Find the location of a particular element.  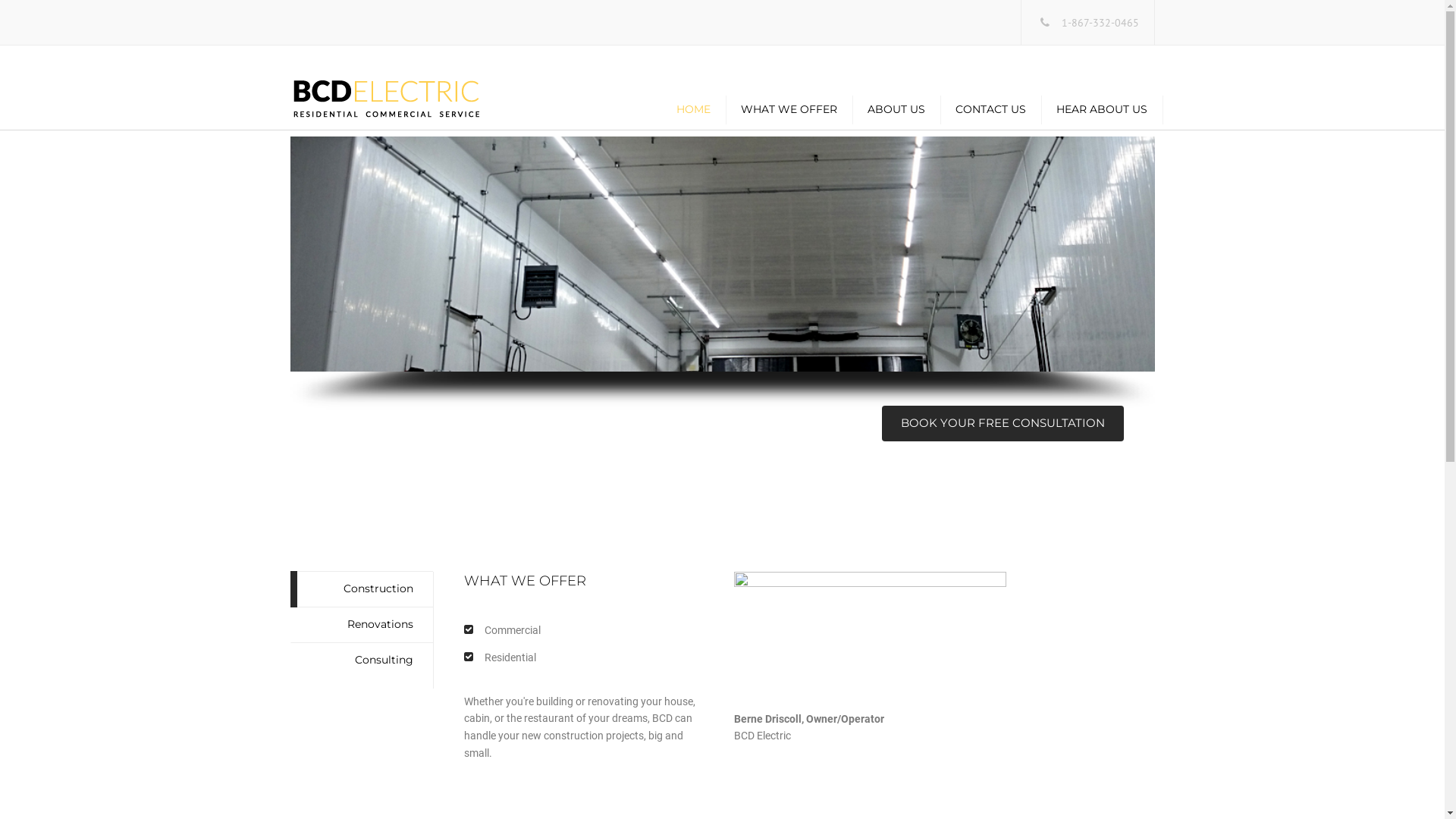

'HEAR ABOUT US' is located at coordinates (1101, 108).